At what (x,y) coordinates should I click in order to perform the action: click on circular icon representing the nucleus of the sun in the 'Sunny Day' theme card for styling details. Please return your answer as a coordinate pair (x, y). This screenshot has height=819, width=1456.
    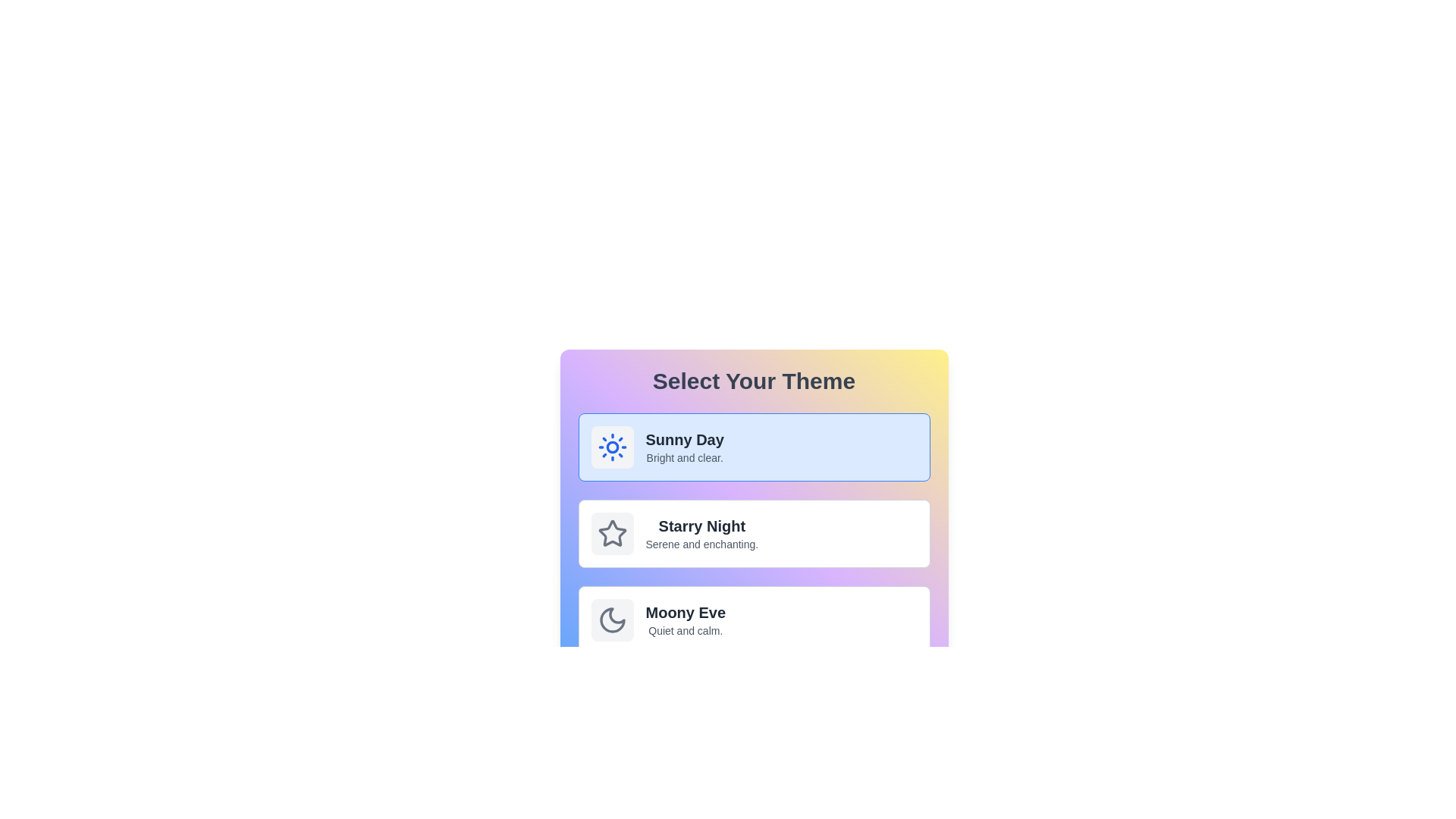
    Looking at the image, I should click on (612, 447).